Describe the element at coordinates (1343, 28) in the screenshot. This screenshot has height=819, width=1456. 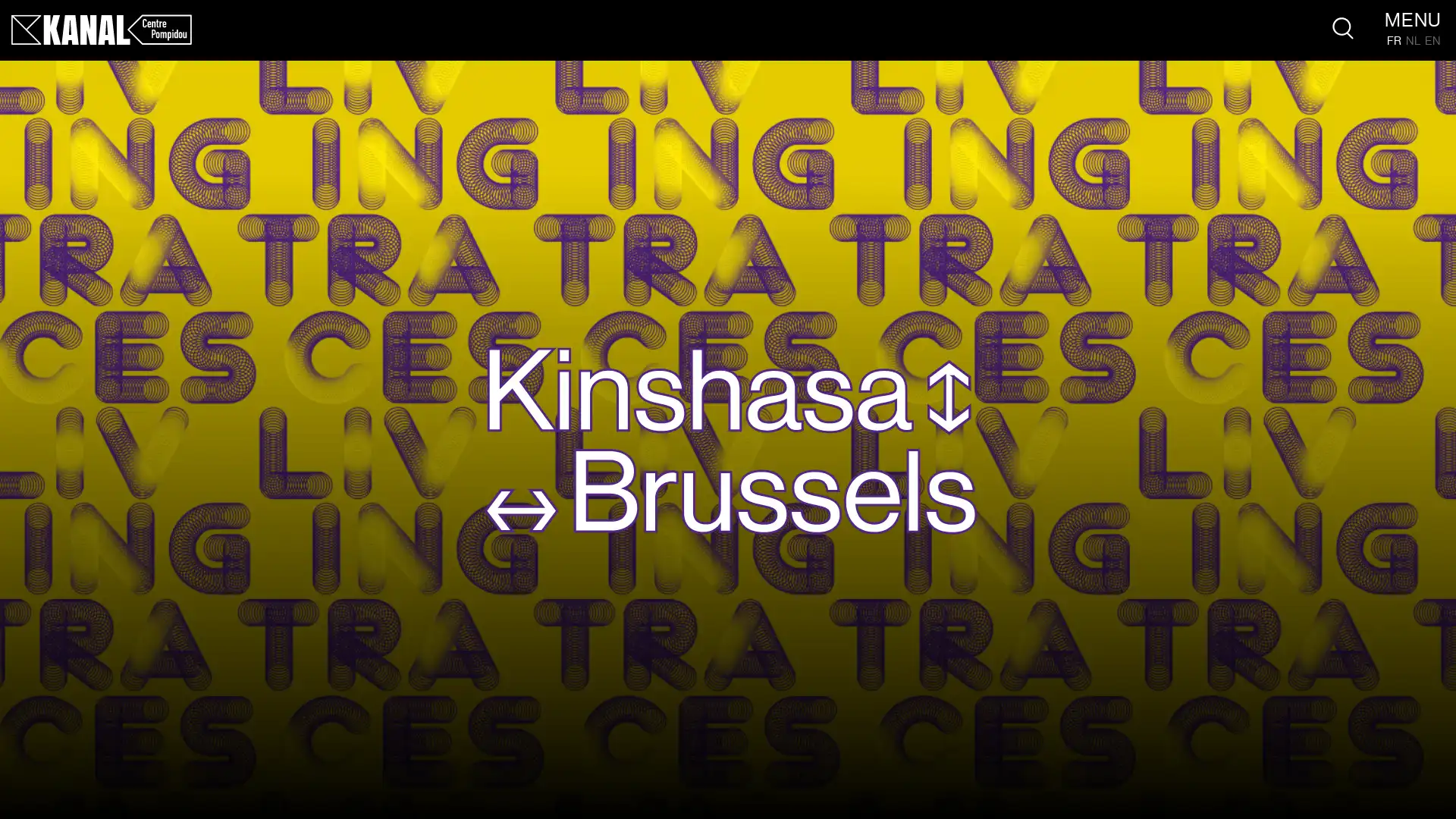
I see `Rechercher` at that location.